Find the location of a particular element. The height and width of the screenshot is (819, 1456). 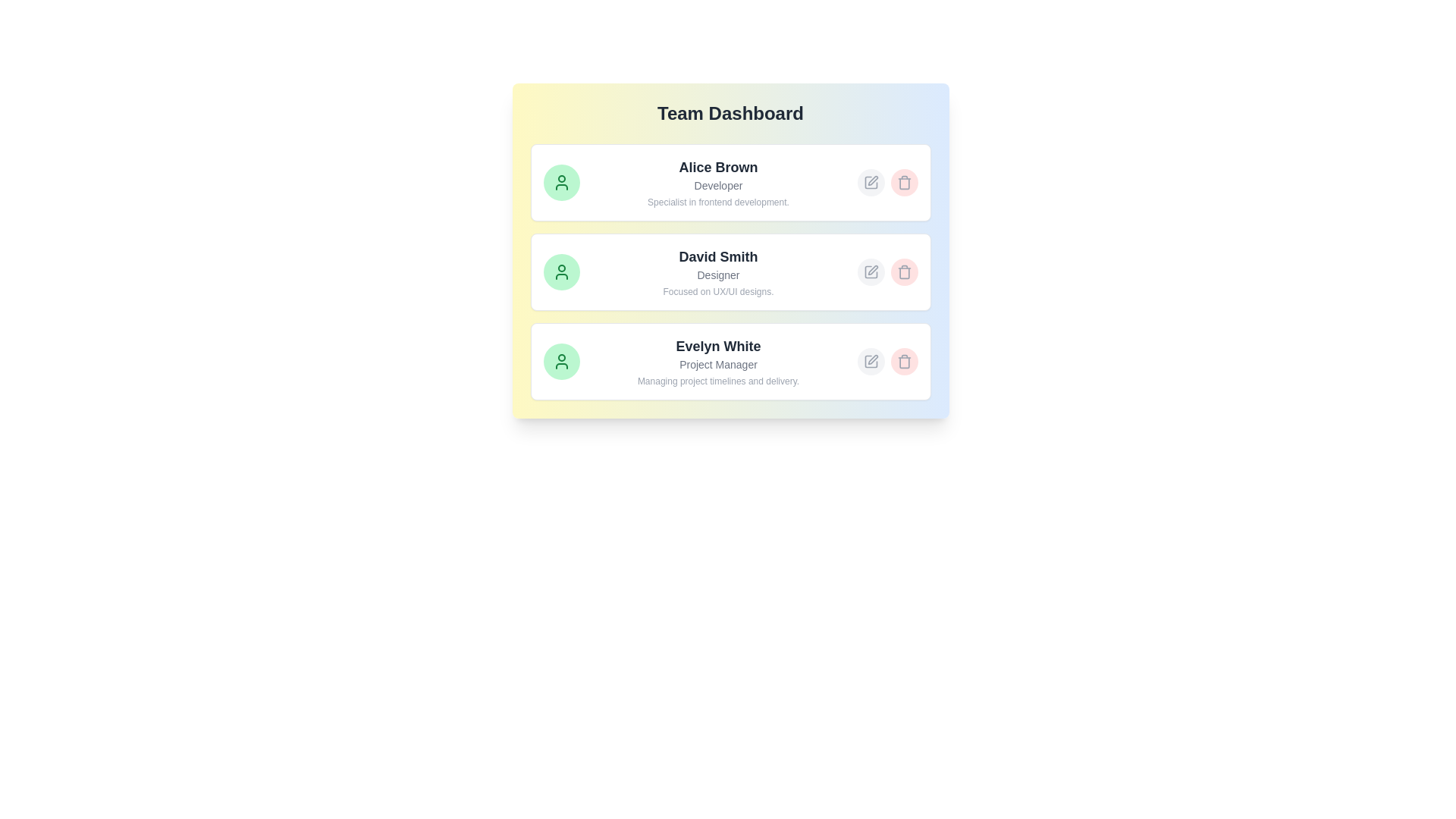

the edit button icon located on the first row of the team dashboard list for the 'Alice Brown' profile is located at coordinates (871, 181).